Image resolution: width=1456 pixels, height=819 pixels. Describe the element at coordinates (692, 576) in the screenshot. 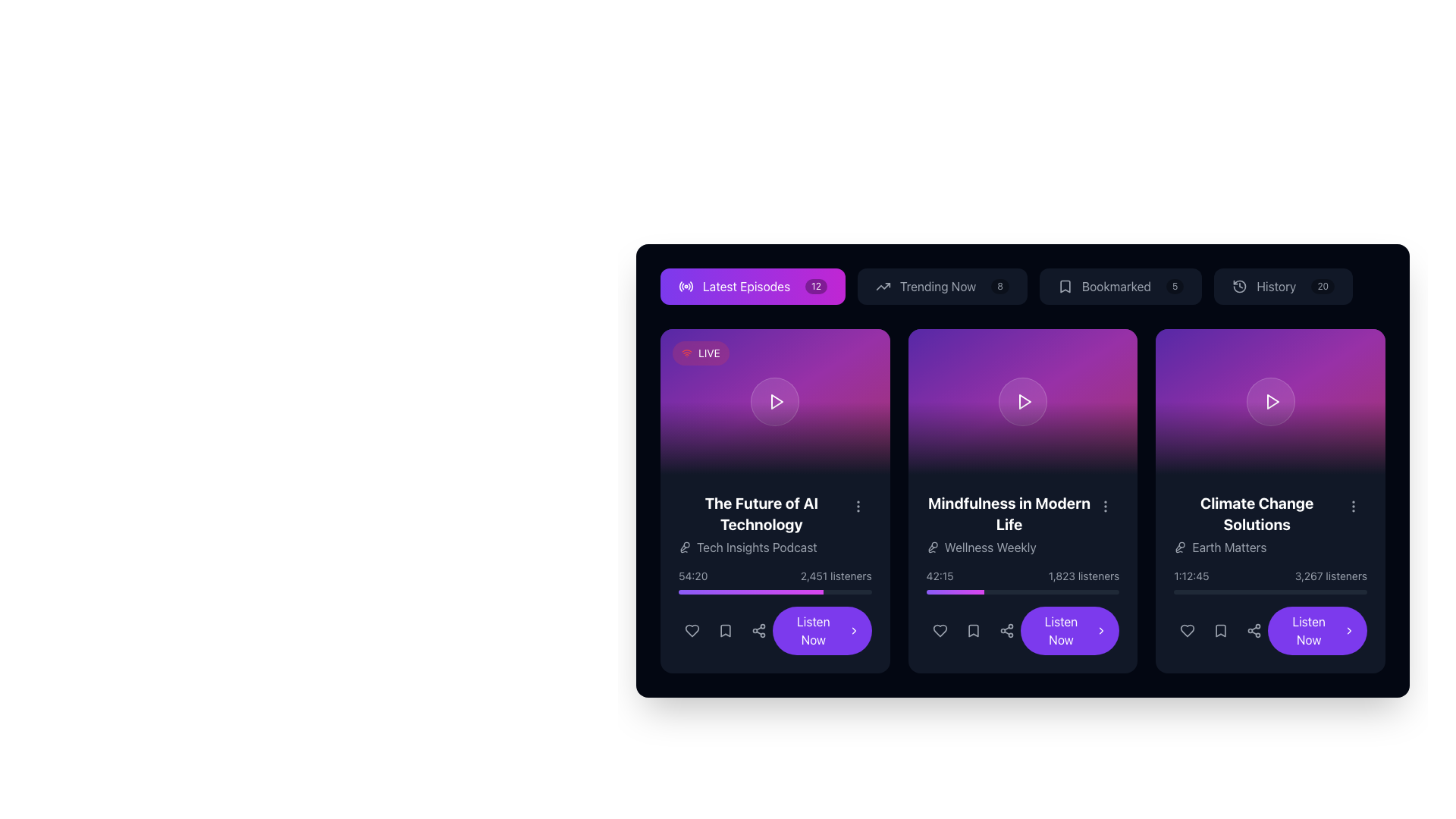

I see `the static text label displaying '54:20', which is located in the bottom-left corner of the card representing 'The Future of AI Technology'` at that location.